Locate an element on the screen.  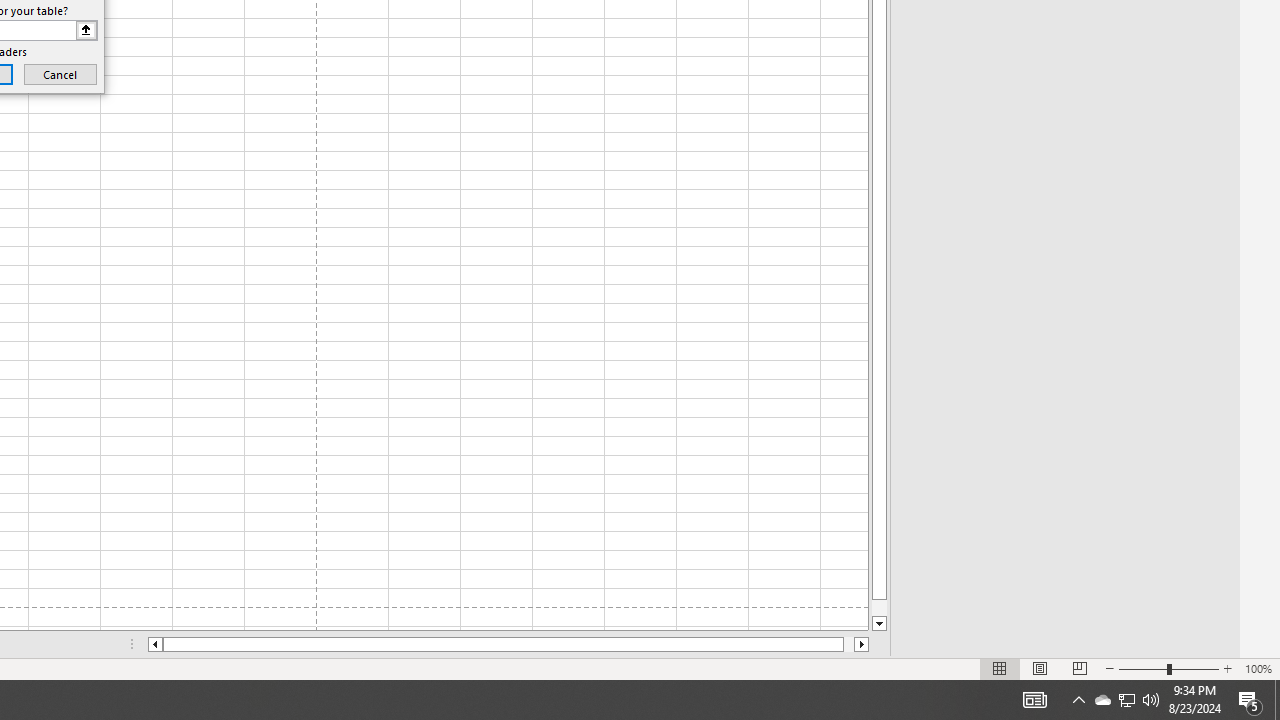
'Column right' is located at coordinates (862, 644).